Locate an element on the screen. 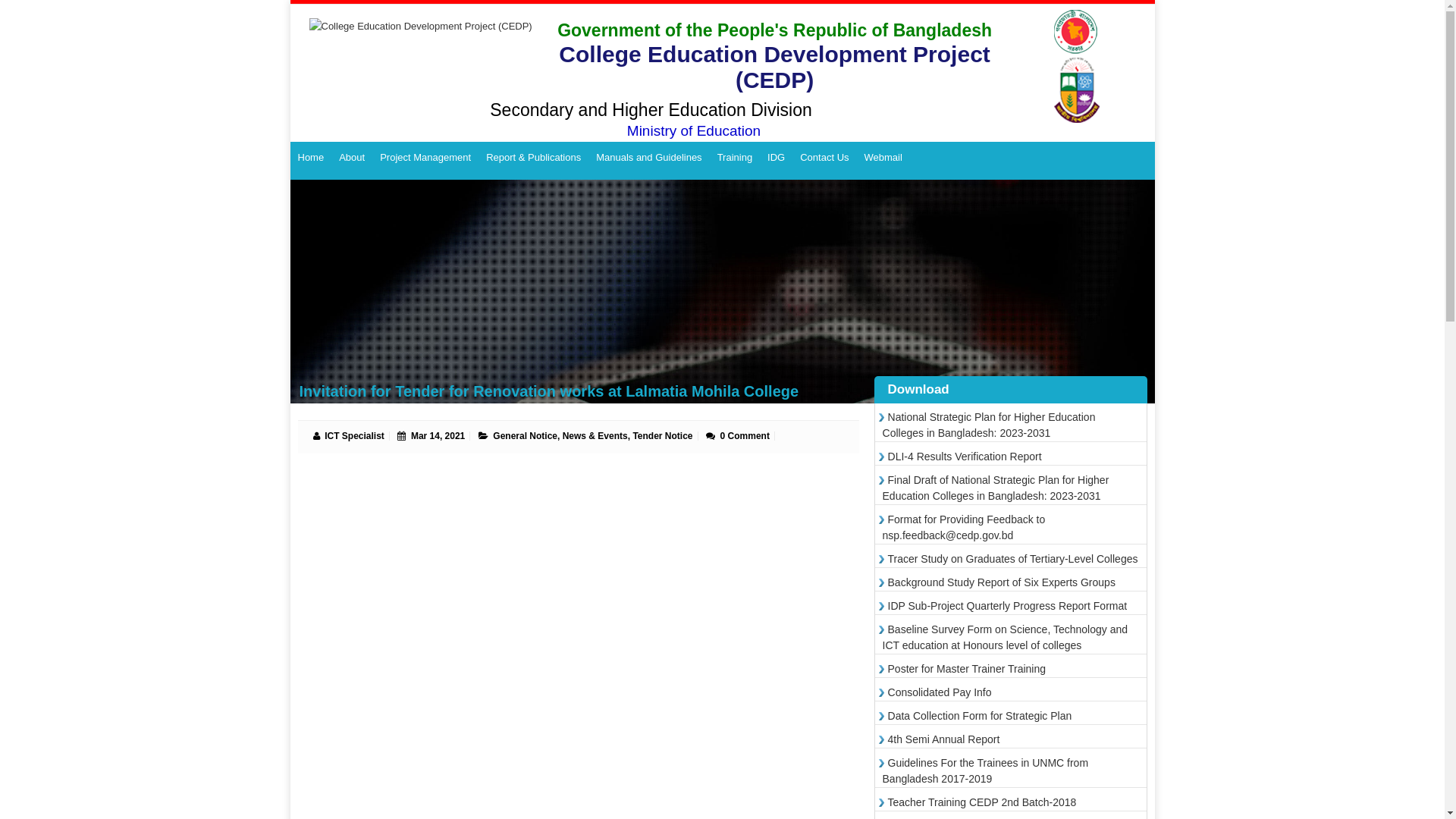 The height and width of the screenshot is (819, 1456). '4th Semi Annual Report' is located at coordinates (940, 739).